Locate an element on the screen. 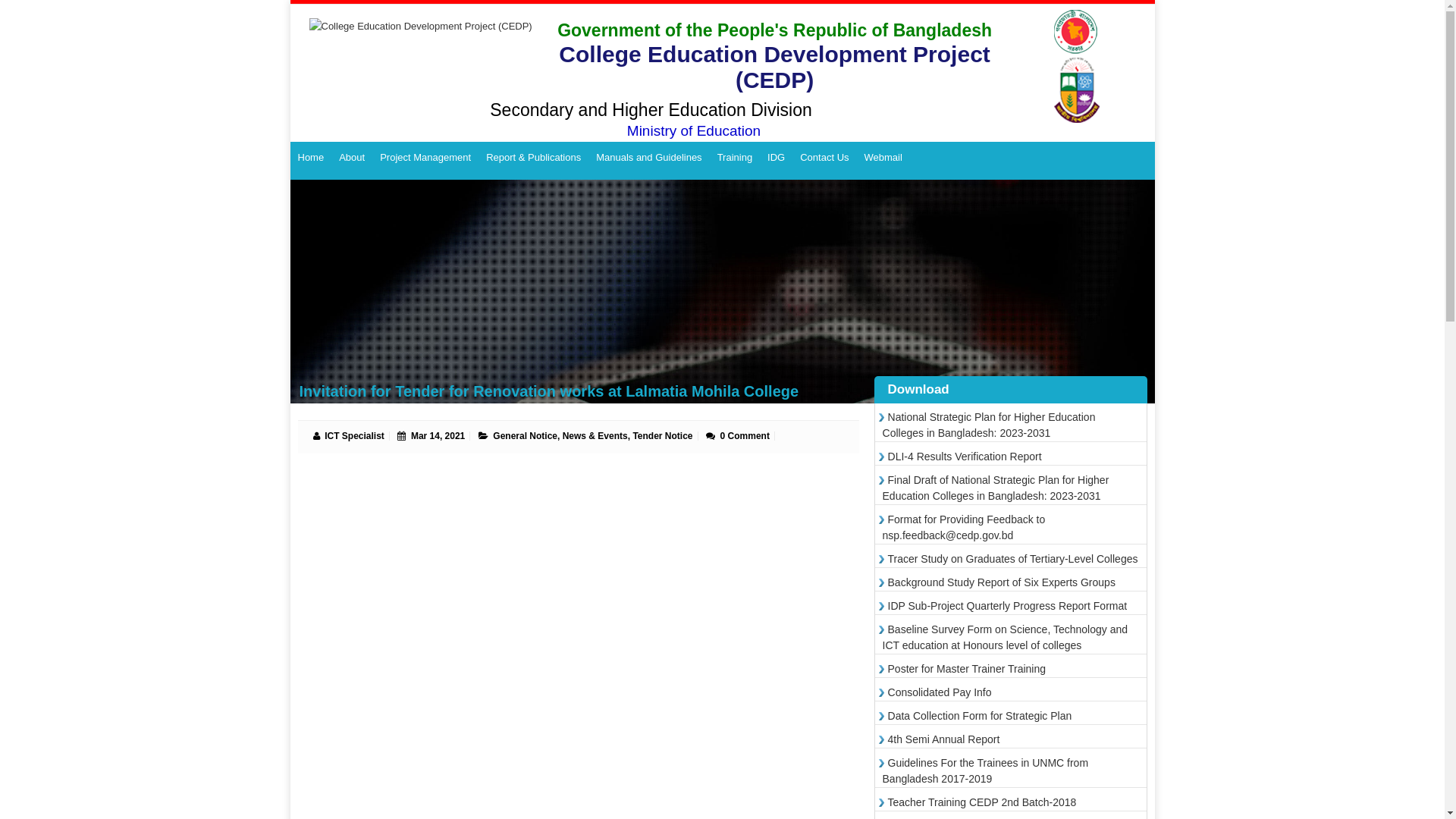 The height and width of the screenshot is (819, 1456). '4th Semi Annual Report' is located at coordinates (940, 739).